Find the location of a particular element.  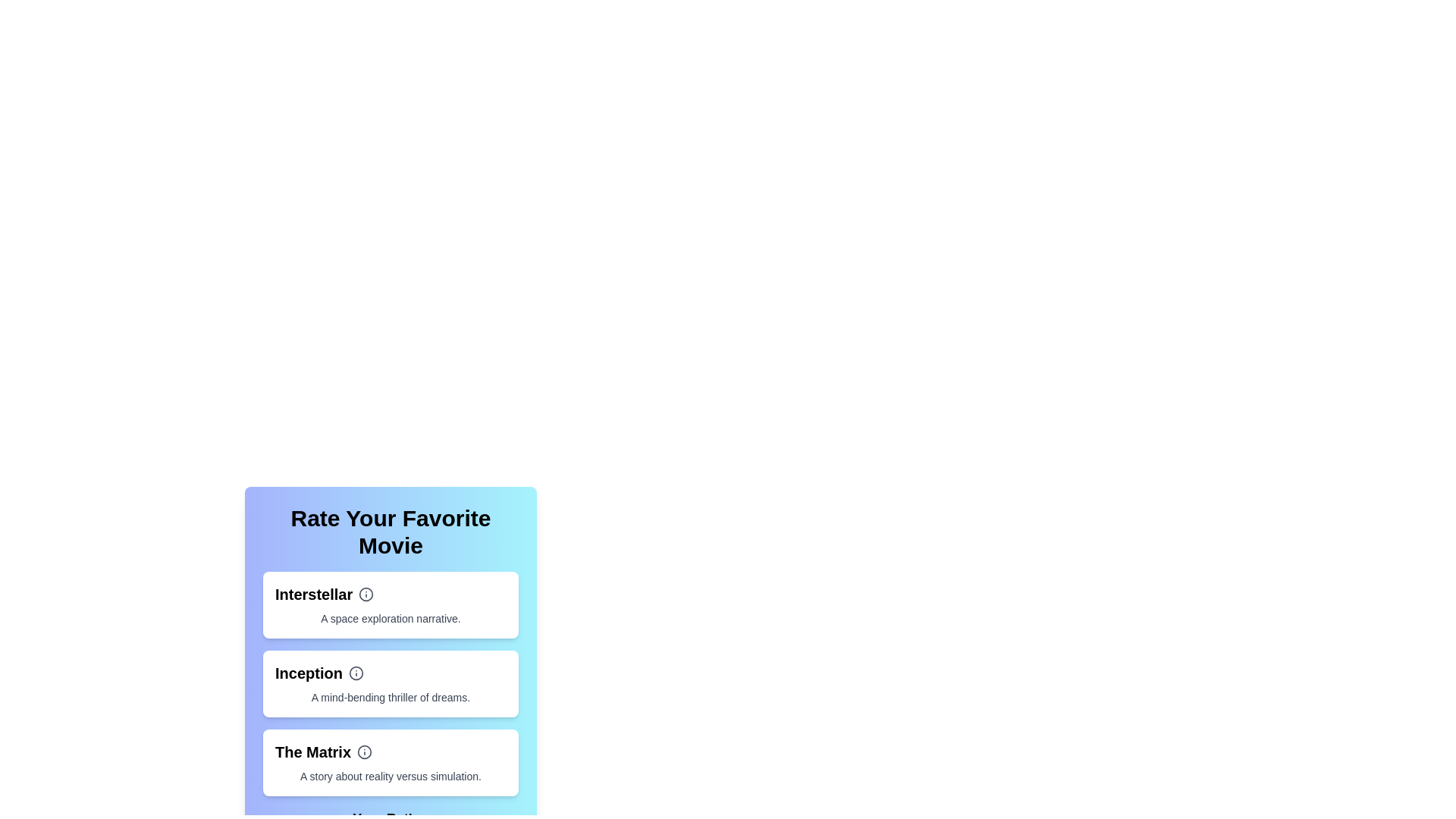

the circular gray button with an information icon located to the right of 'The Matrix' is located at coordinates (364, 752).